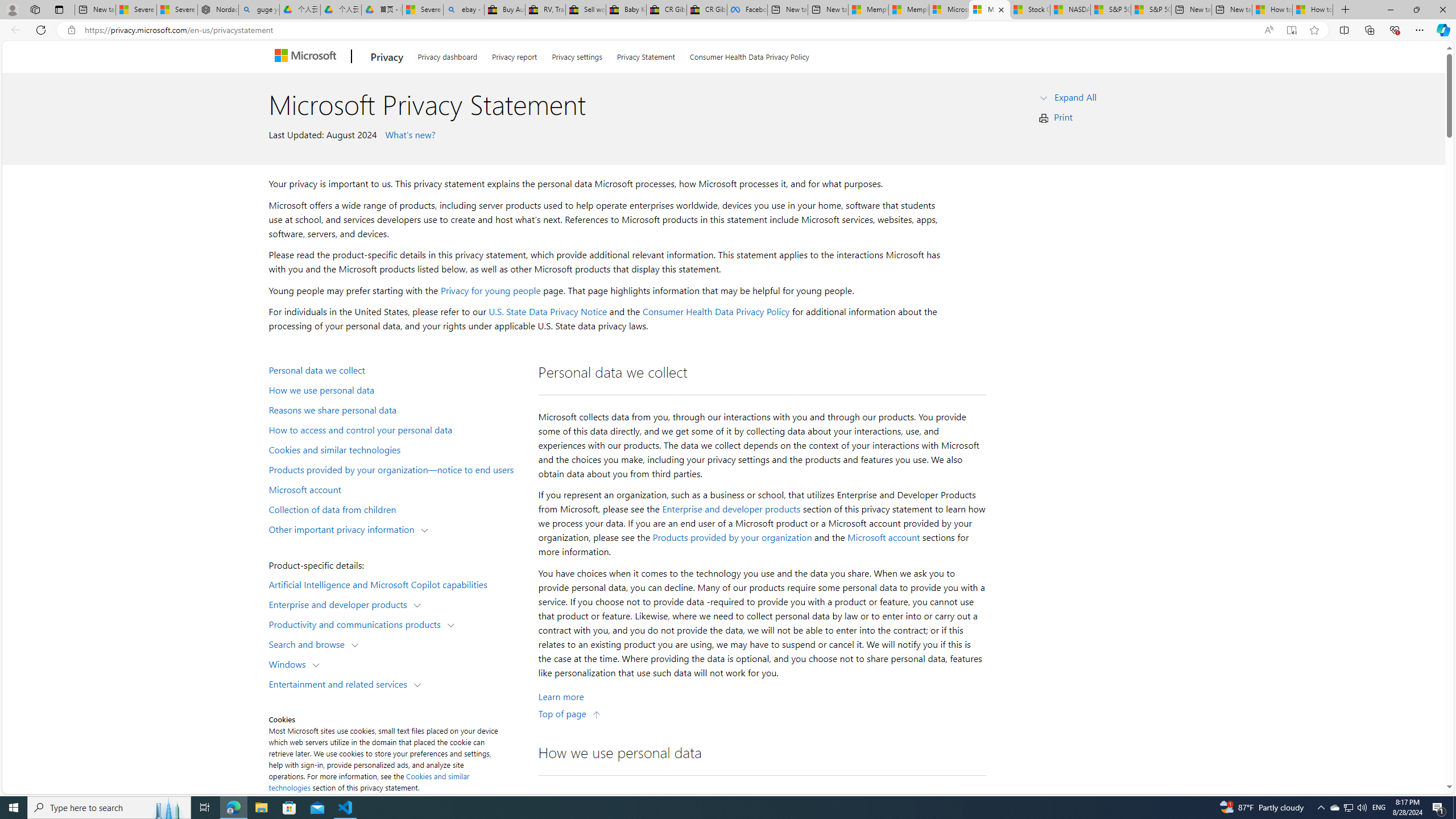 Image resolution: width=1456 pixels, height=819 pixels. Describe the element at coordinates (561, 697) in the screenshot. I see `'Learn More about Personal data we collect'` at that location.